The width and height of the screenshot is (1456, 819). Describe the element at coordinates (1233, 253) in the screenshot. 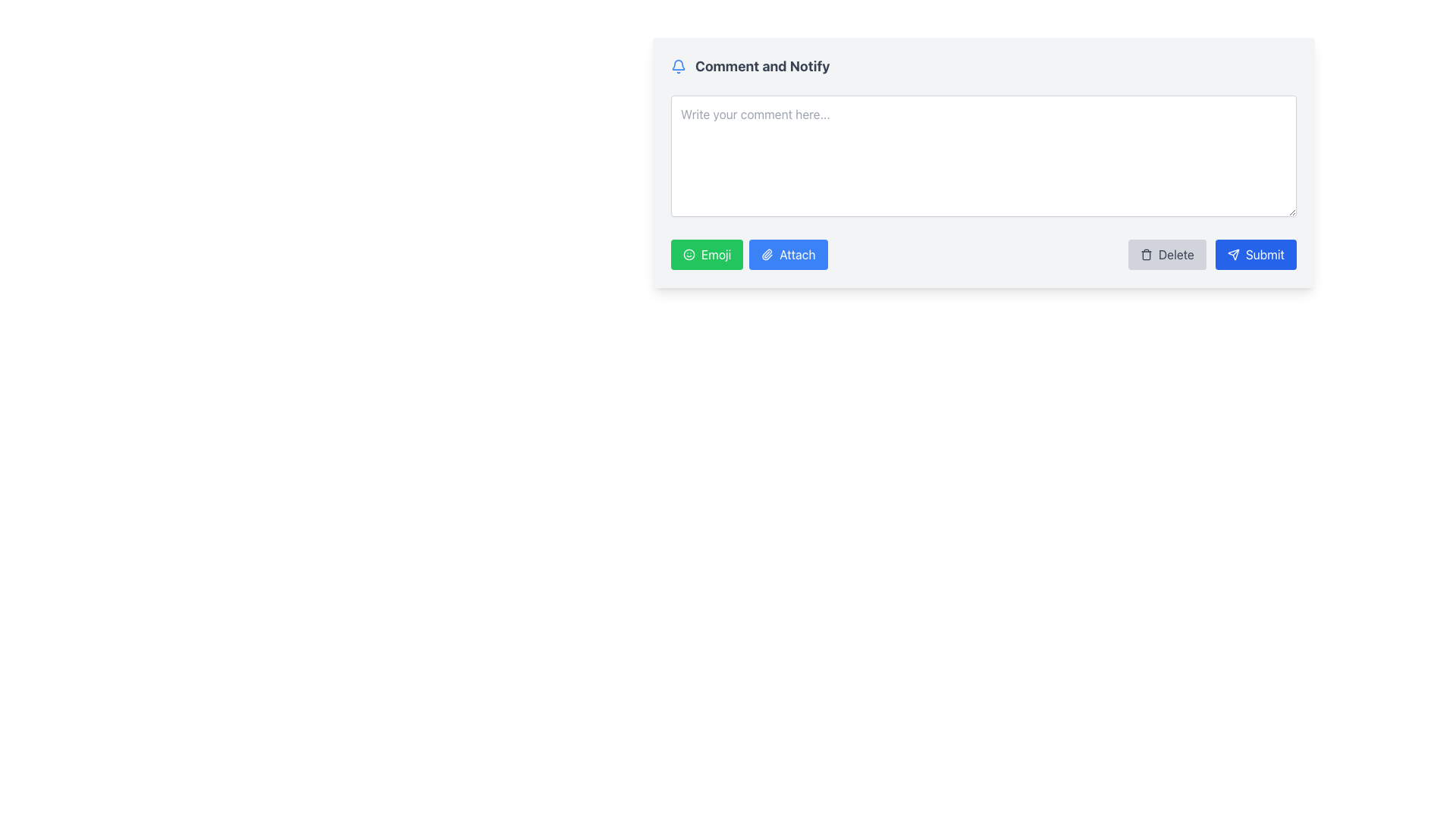

I see `the paper plane icon that is styled with a thin stroke and rounded edges, located in the bottom-right corner of the feedback section` at that location.